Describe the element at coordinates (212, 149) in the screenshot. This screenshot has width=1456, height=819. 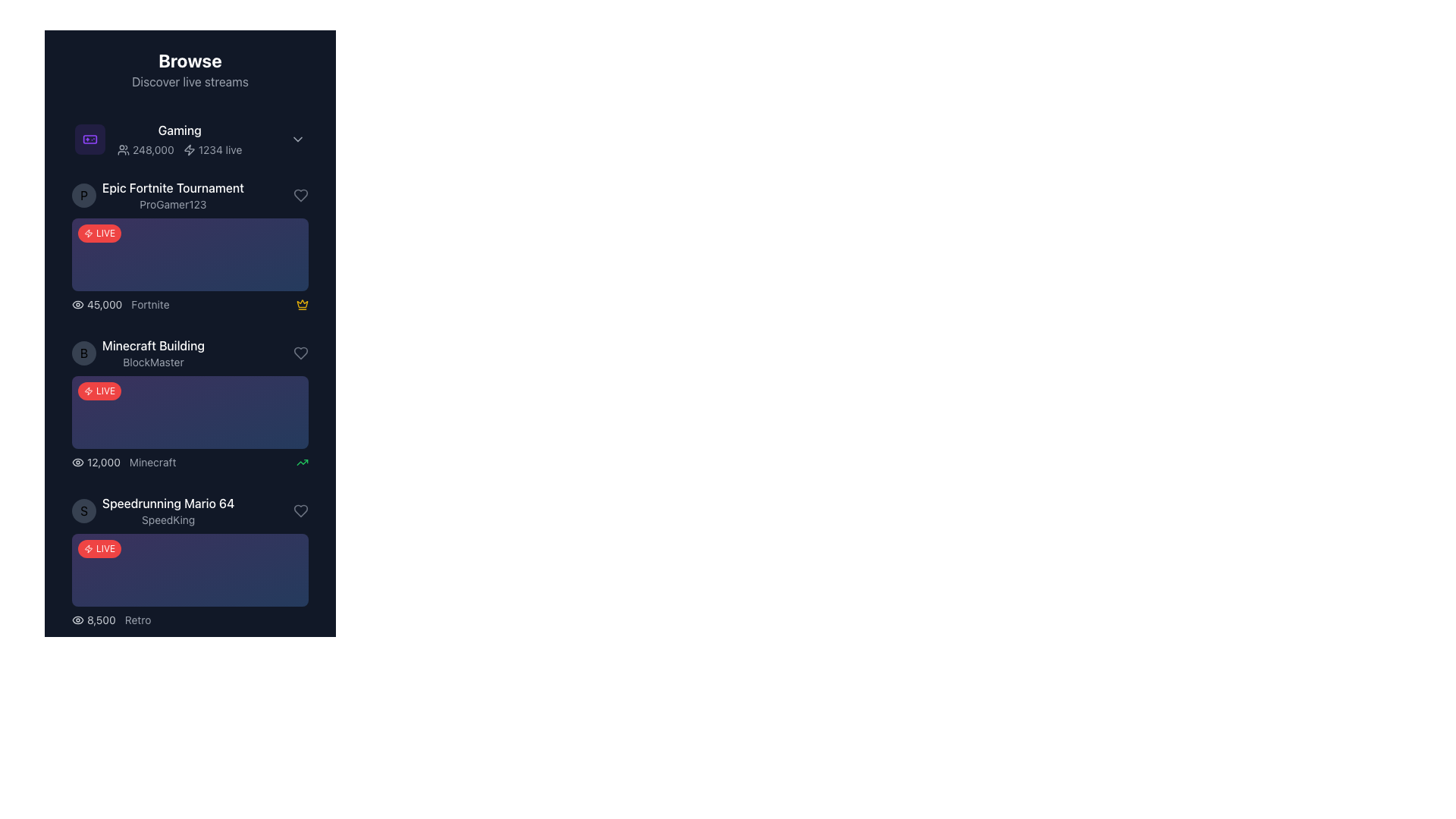
I see `live status displayed by the text '1234 live' with a lightning bolt icon, which is the last item in the metrics row adjacent to the 'Gaming' category heading` at that location.